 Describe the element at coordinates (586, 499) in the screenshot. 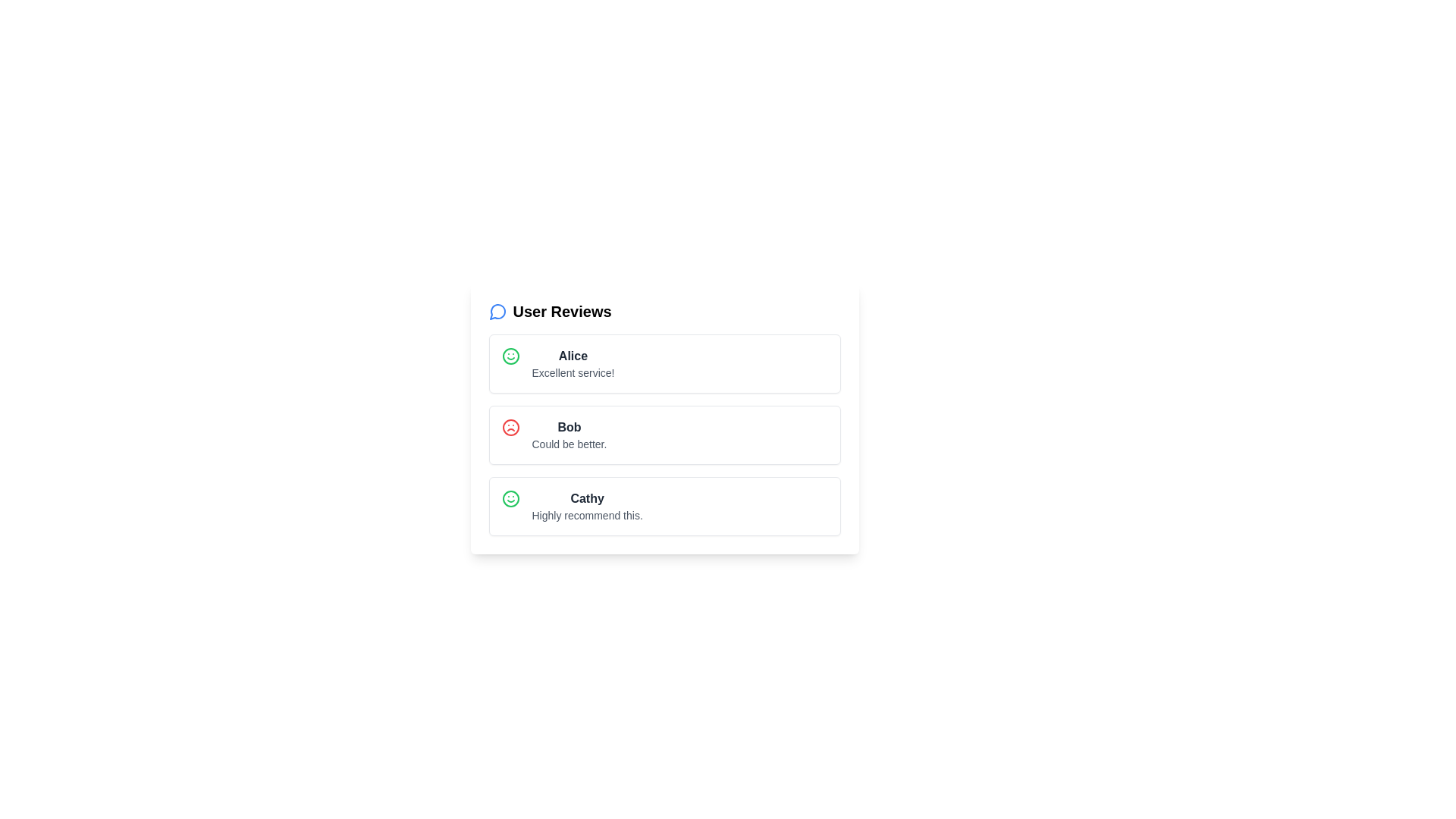

I see `the username text for Cathy` at that location.